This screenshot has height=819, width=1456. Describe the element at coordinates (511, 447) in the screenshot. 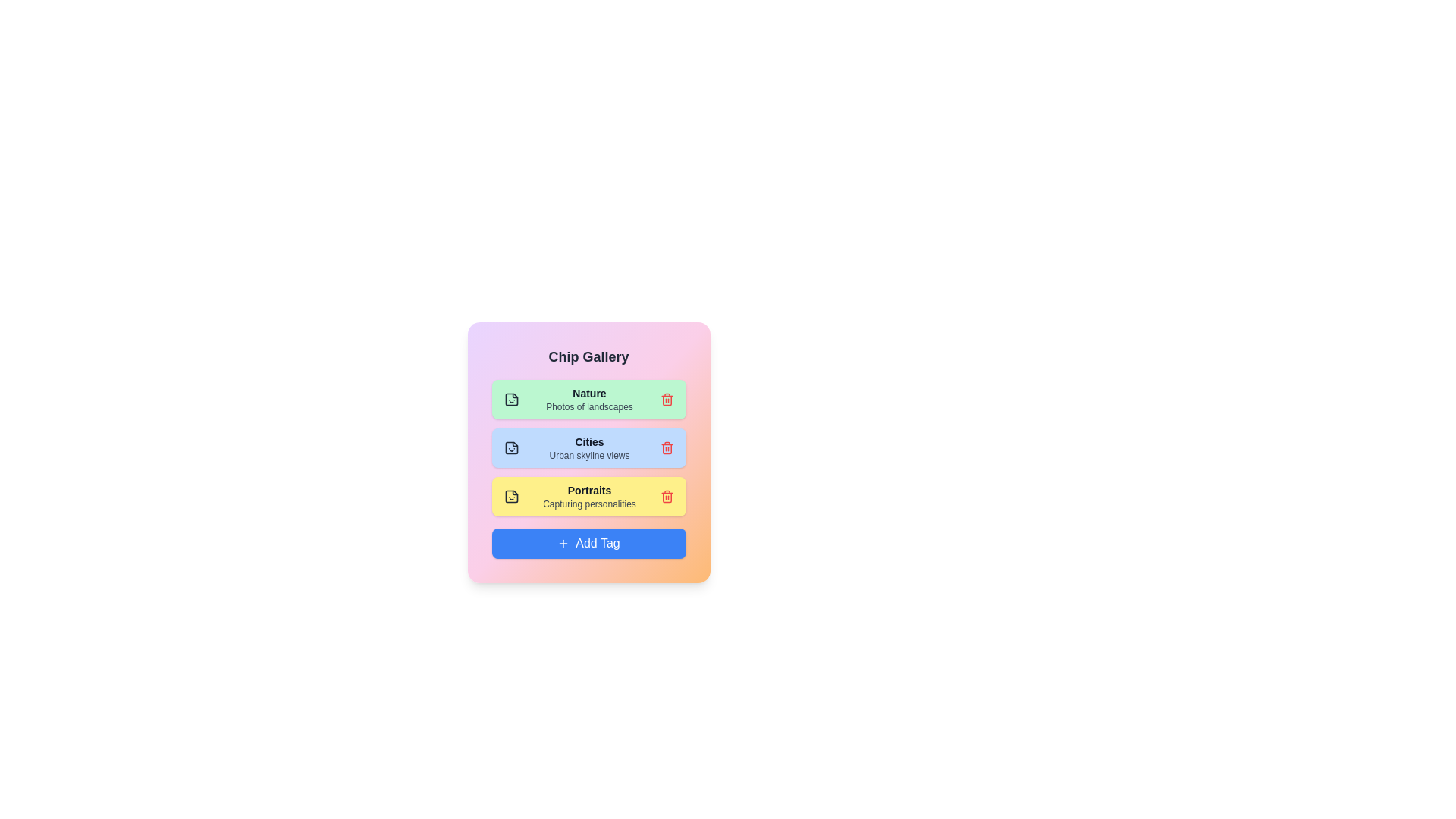

I see `the sticker icon of the tag labeled Cities` at that location.